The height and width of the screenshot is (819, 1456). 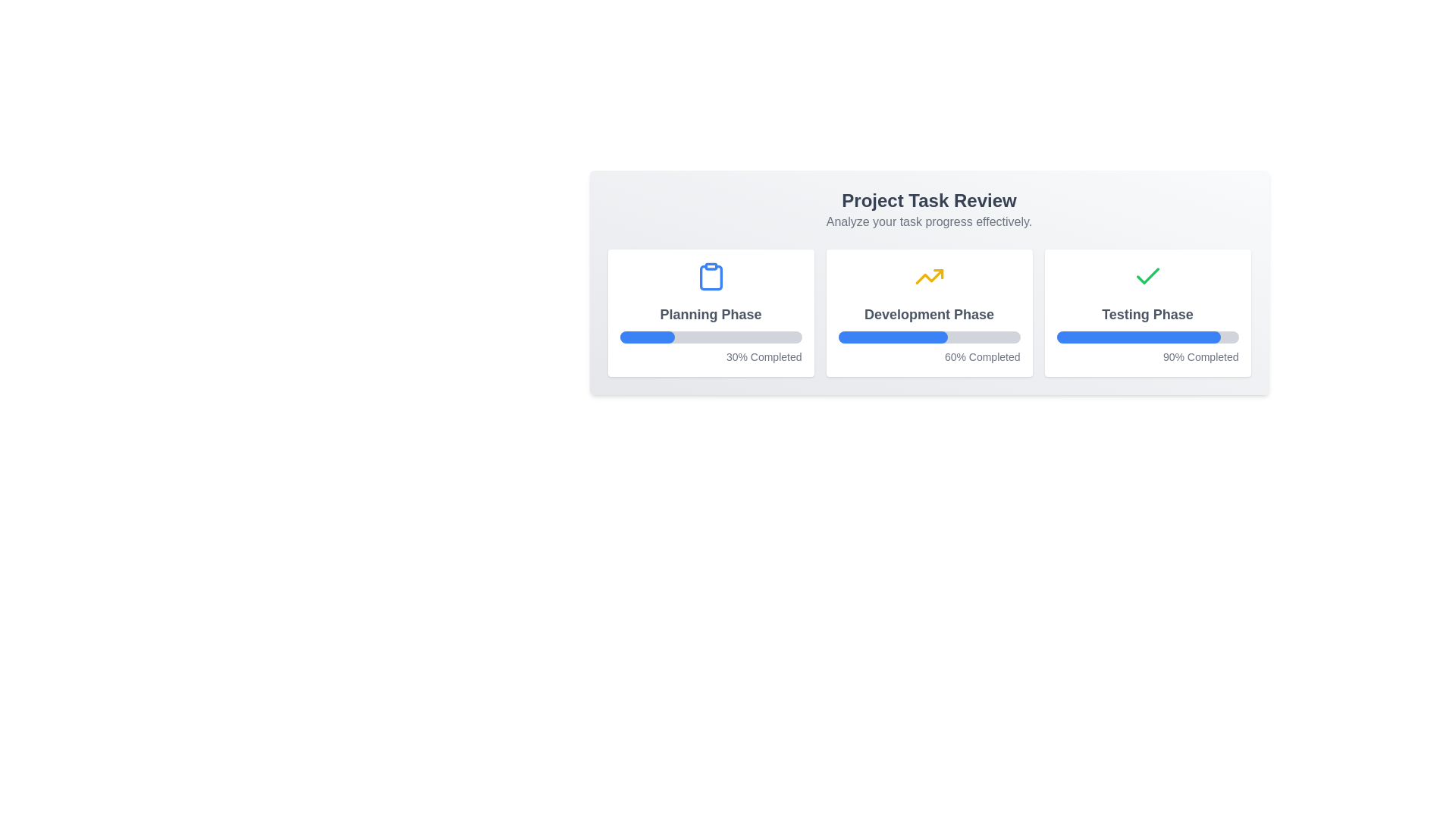 I want to click on the progress visually by interacting with the blue progress indicator bar that is part of the first progress bar under the 'Planning Phase' section, so click(x=647, y=336).